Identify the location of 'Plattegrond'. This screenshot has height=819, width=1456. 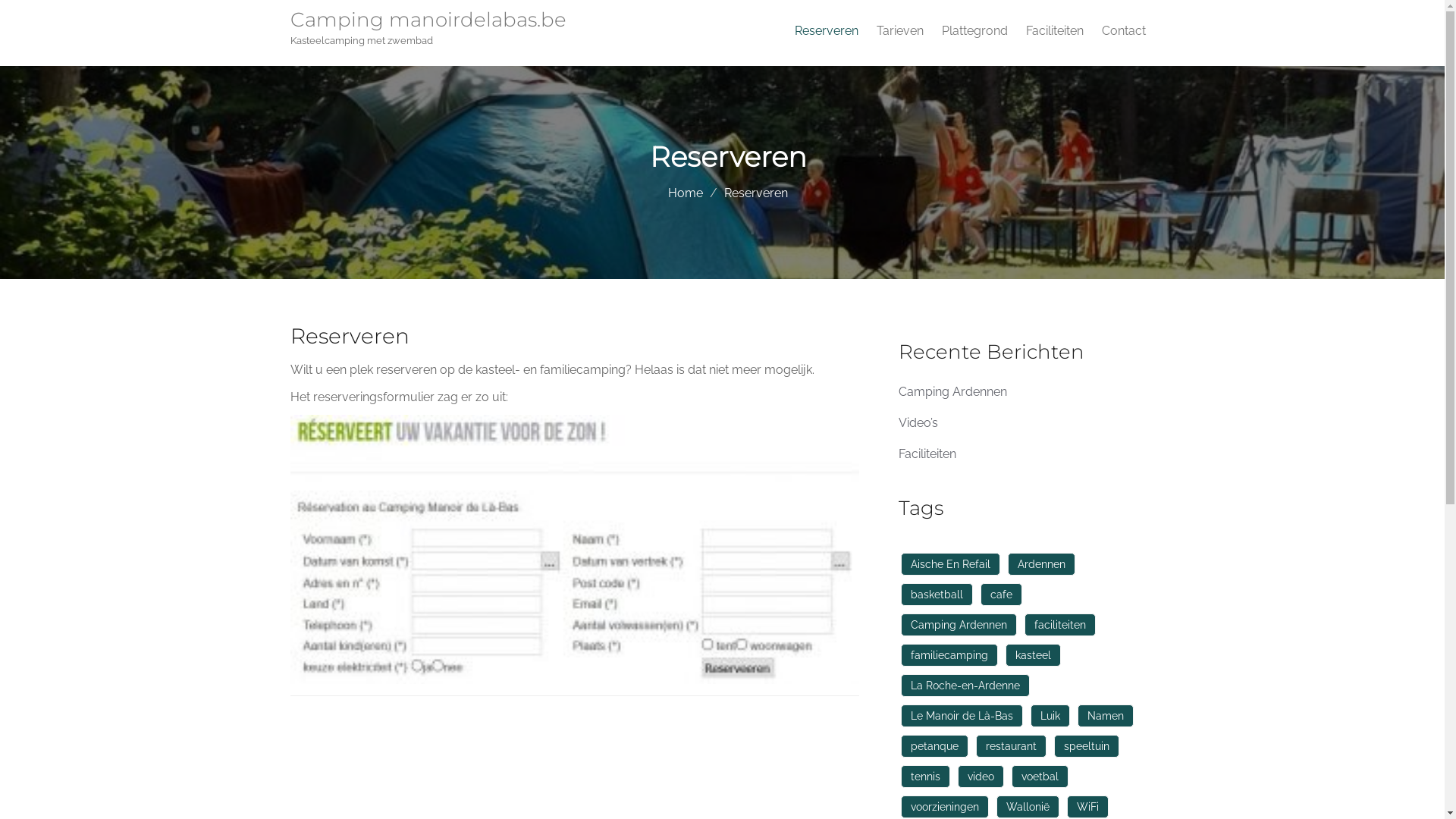
(974, 31).